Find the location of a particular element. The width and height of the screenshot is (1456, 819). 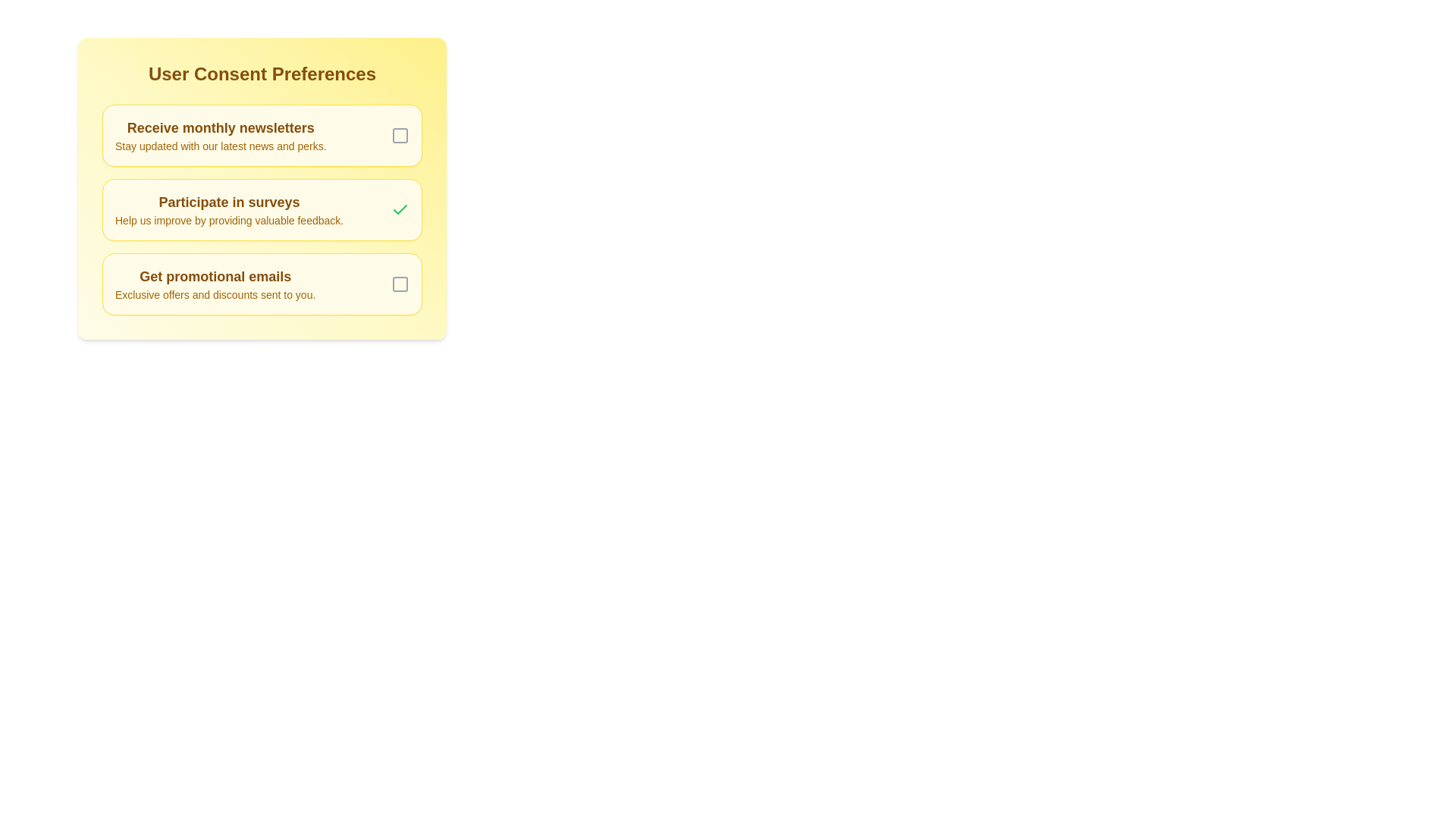

the second OptionItem in the 'User Consent Preferences' box is located at coordinates (262, 188).